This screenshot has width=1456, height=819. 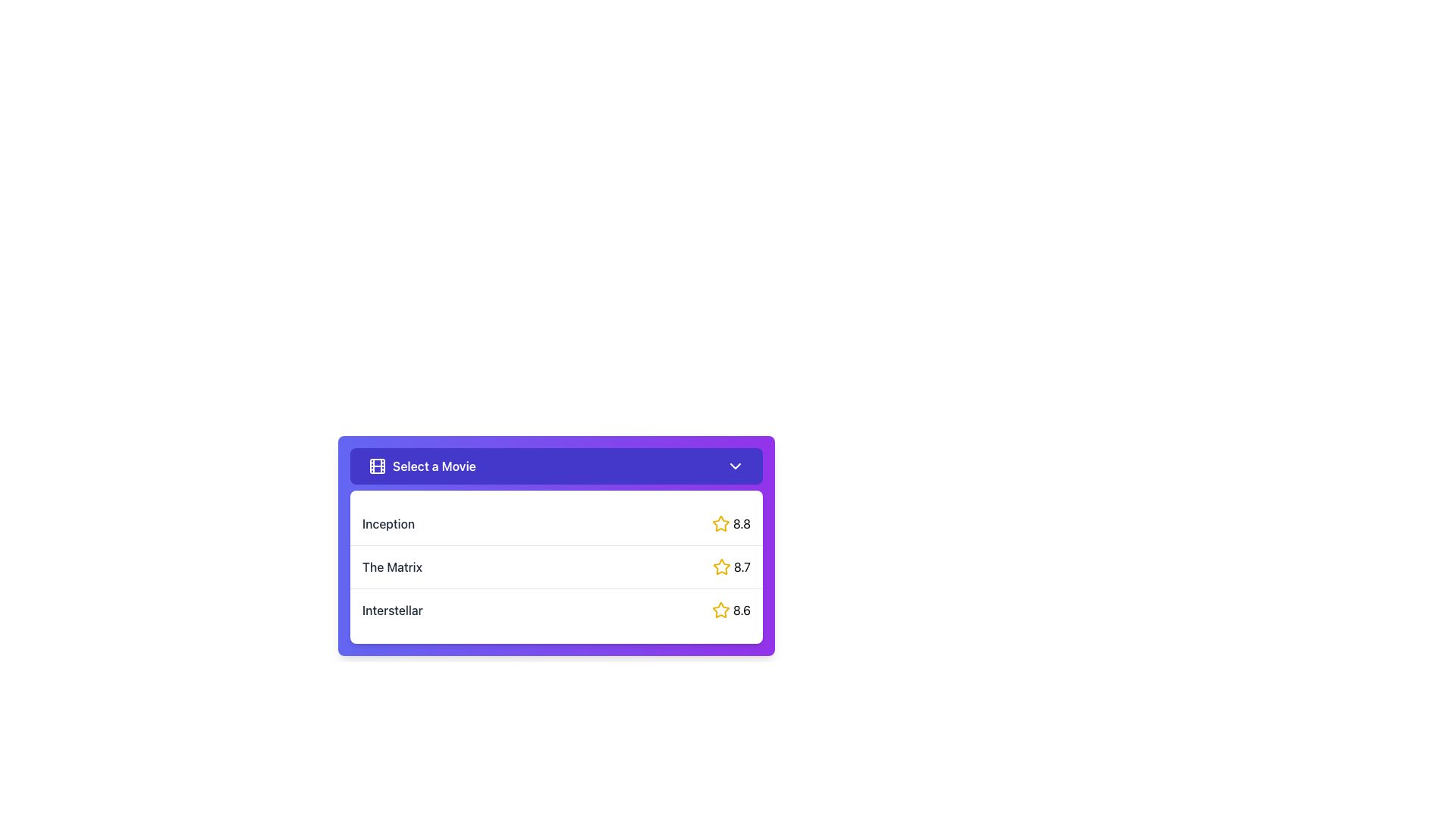 I want to click on the numerical text '8.6' with the yellow star icon, so click(x=731, y=610).